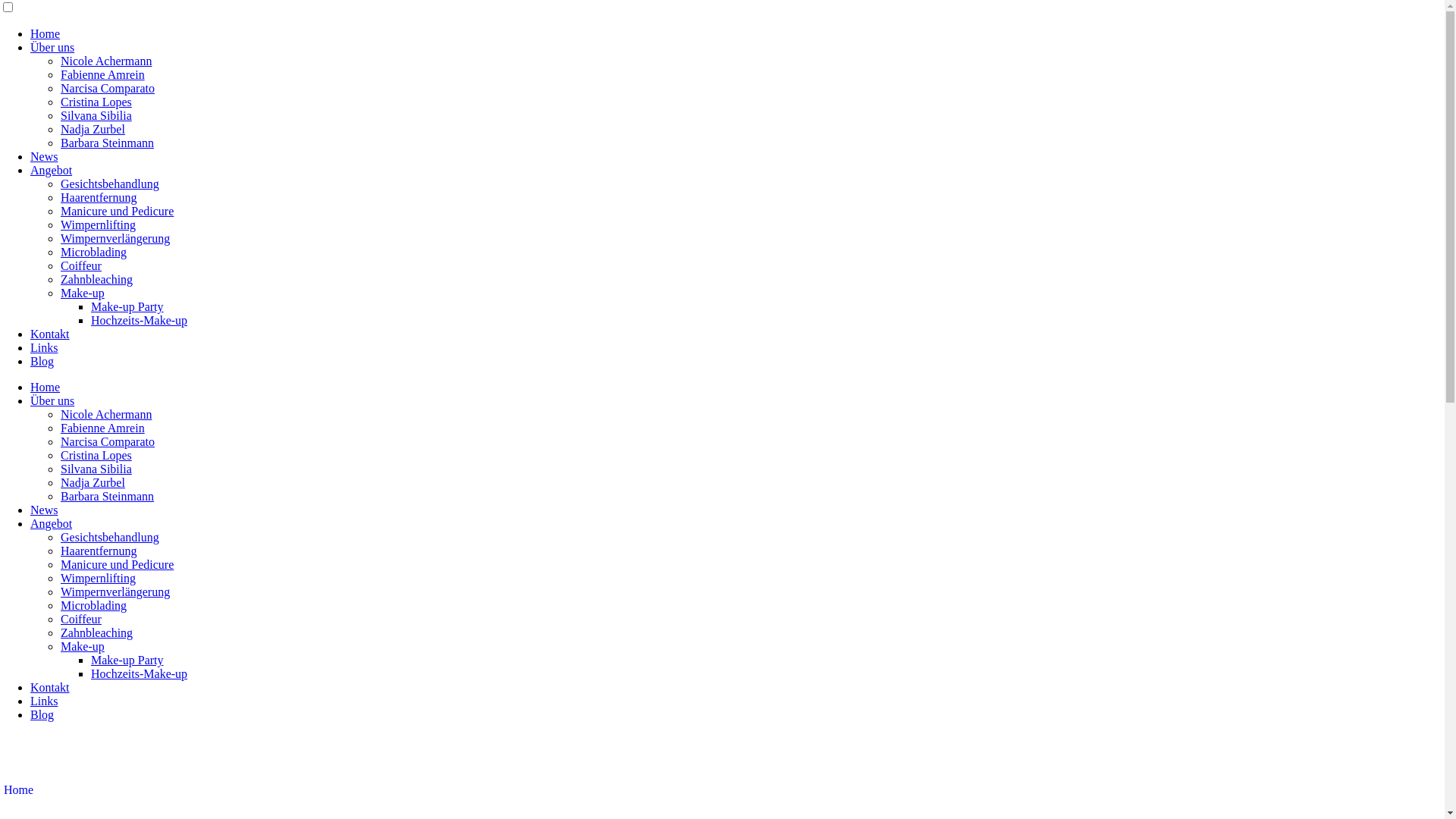 The image size is (1456, 819). What do you see at coordinates (127, 306) in the screenshot?
I see `'Make-up Party'` at bounding box center [127, 306].